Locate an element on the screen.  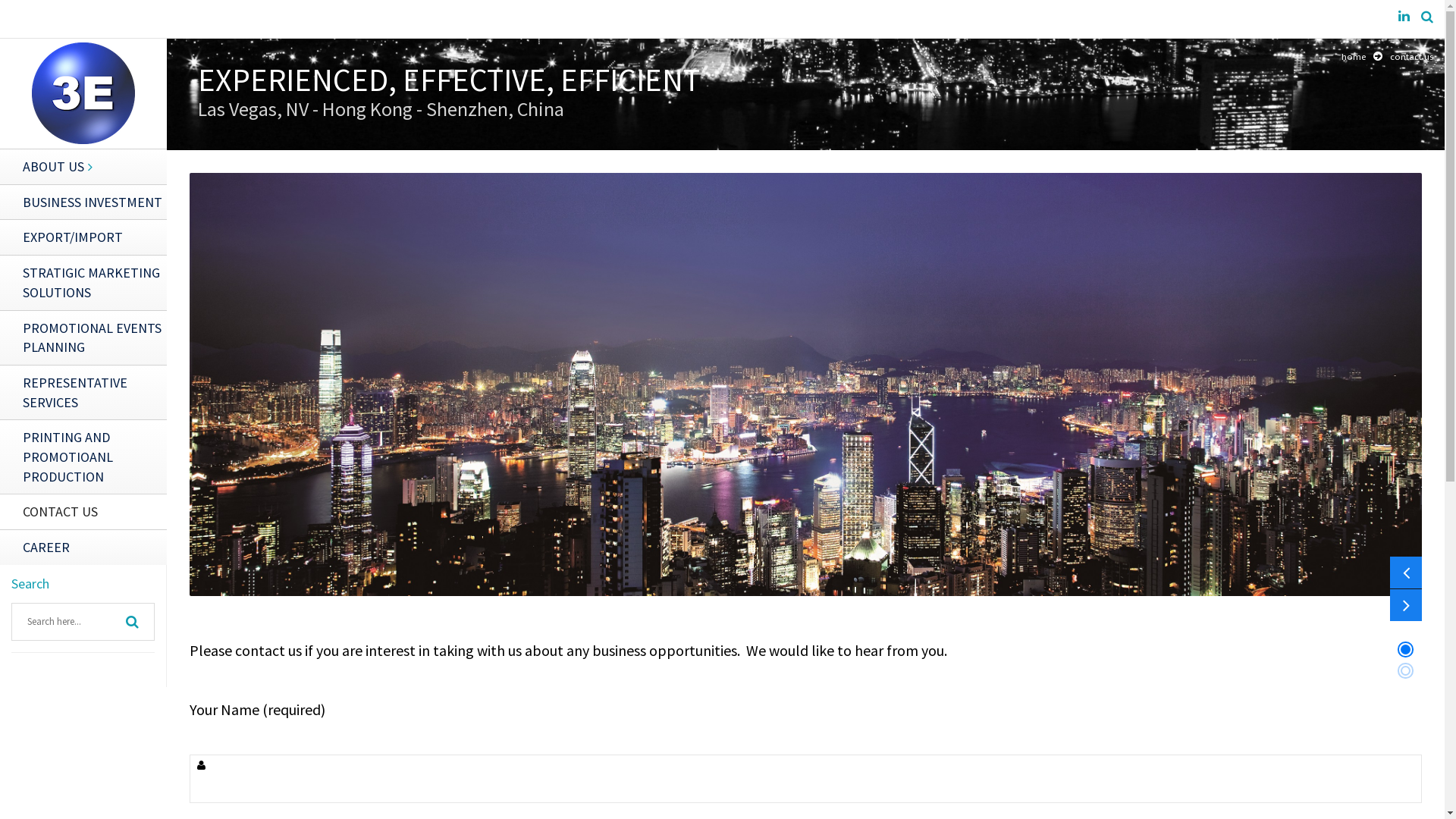
'home' is located at coordinates (1354, 55).